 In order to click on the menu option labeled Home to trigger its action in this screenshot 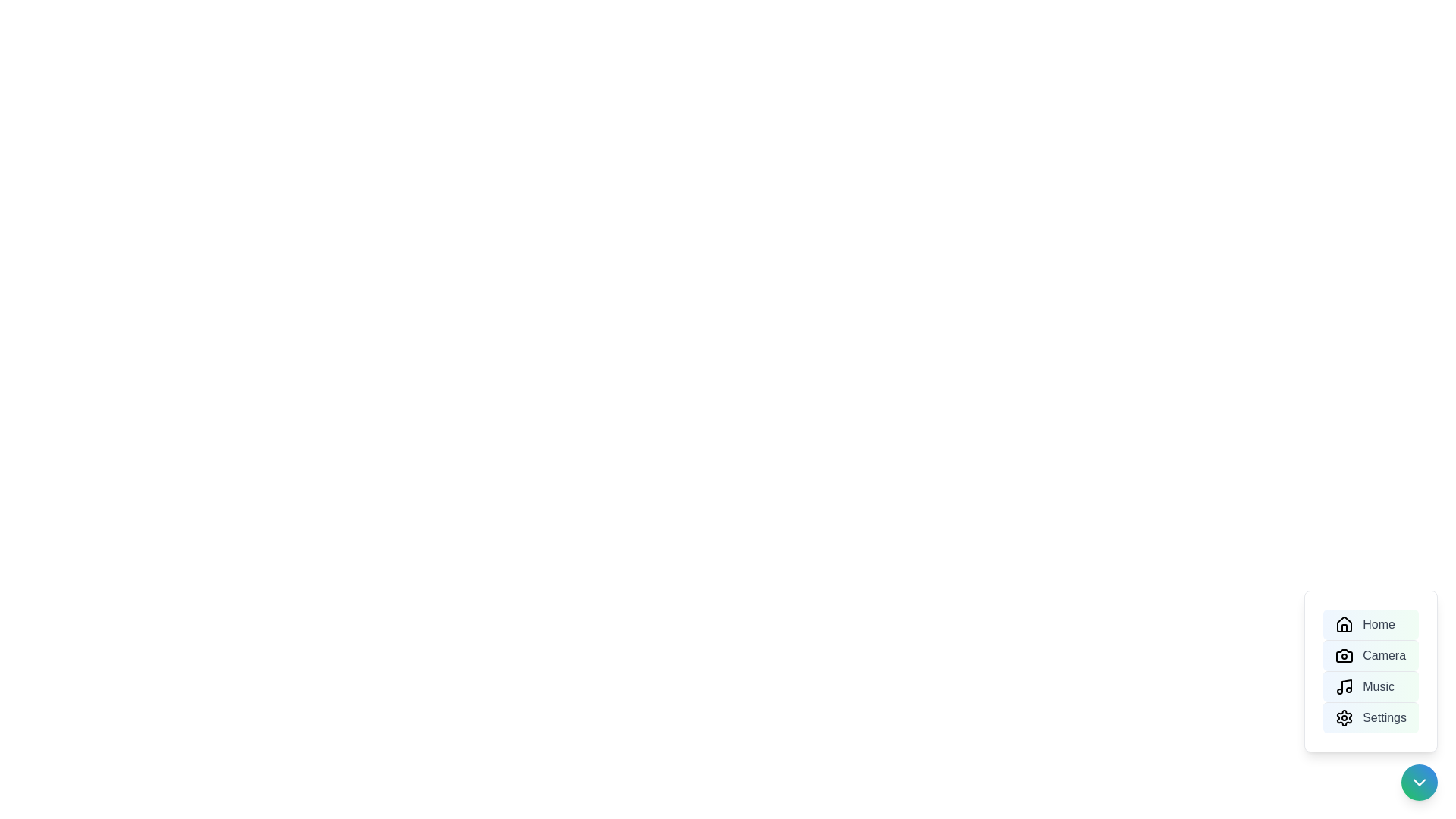, I will do `click(1371, 625)`.